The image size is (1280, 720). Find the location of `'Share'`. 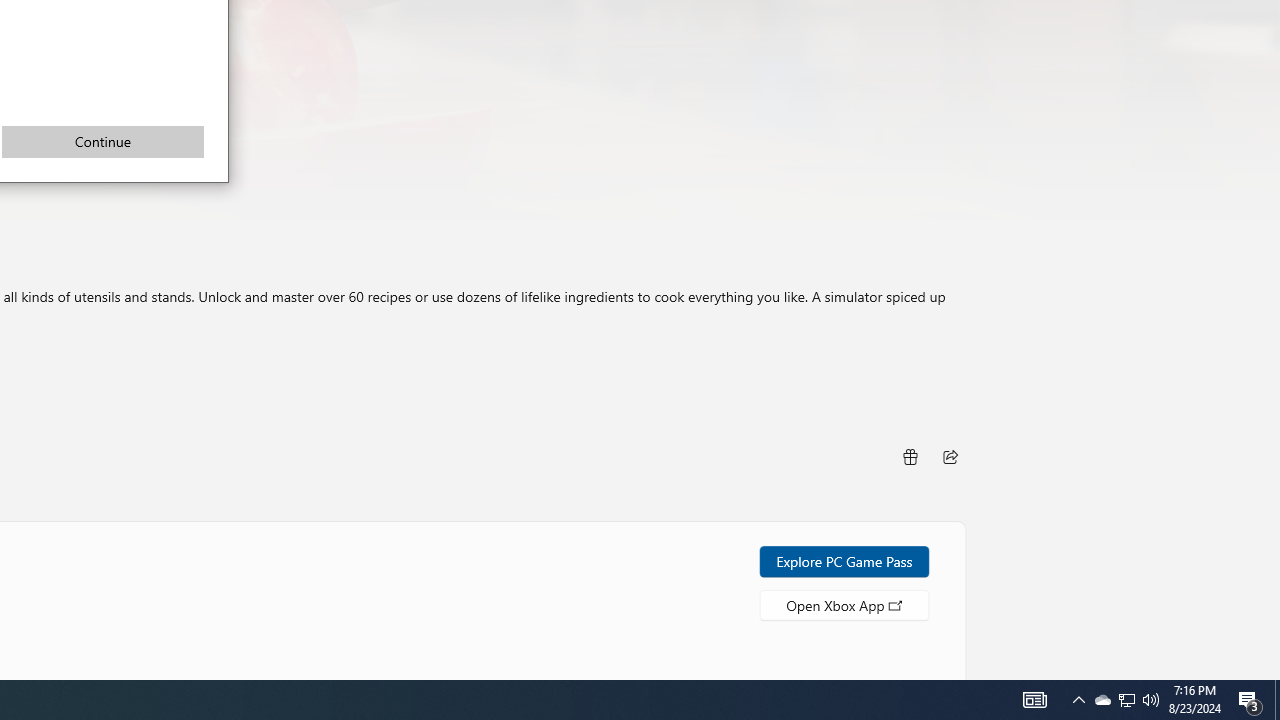

'Share' is located at coordinates (908, 456).